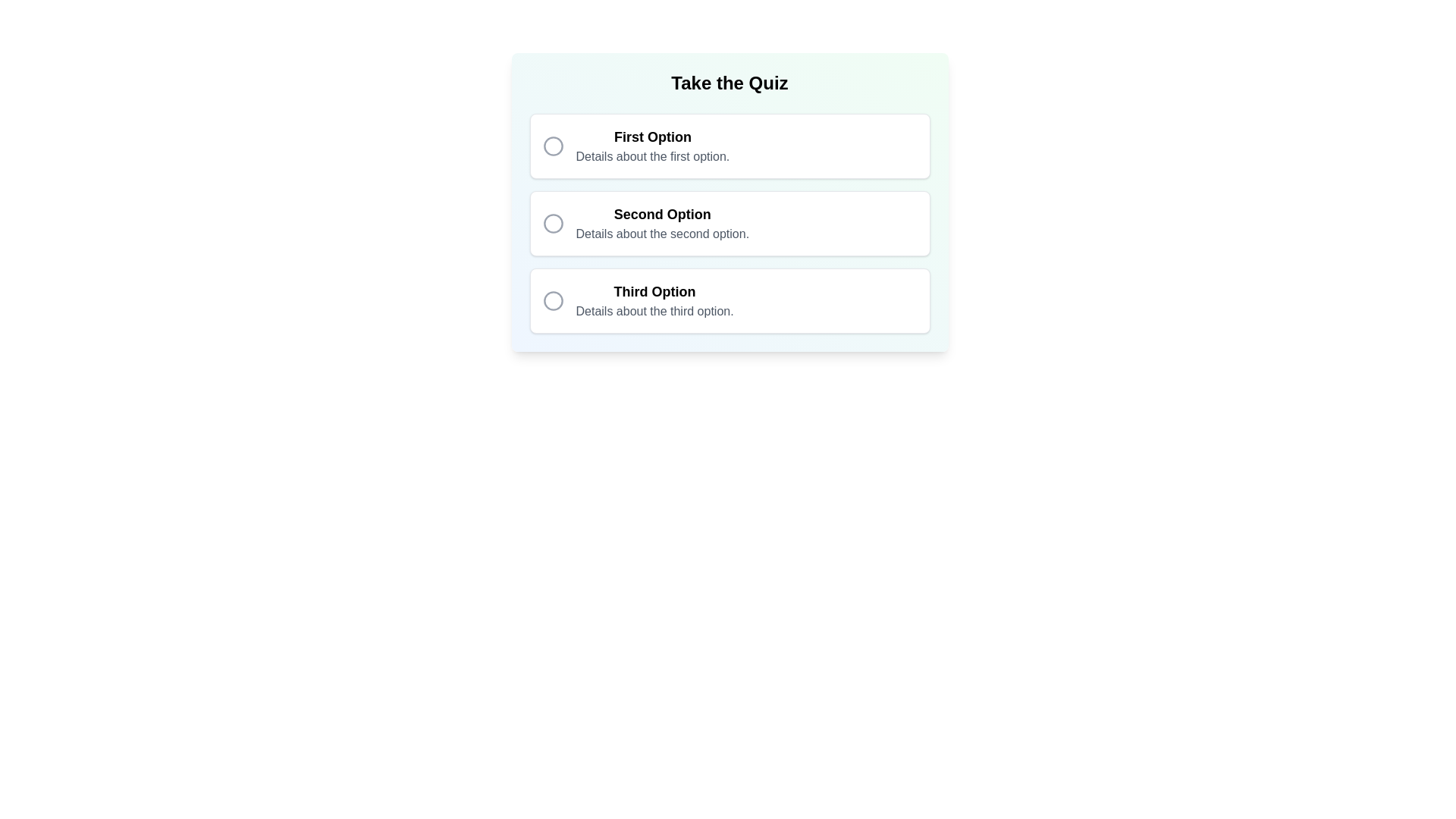 This screenshot has height=819, width=1456. Describe the element at coordinates (654, 311) in the screenshot. I see `the text label providing additional information about the third option in the quiz interface, located beneath the heading 'Third Option'` at that location.